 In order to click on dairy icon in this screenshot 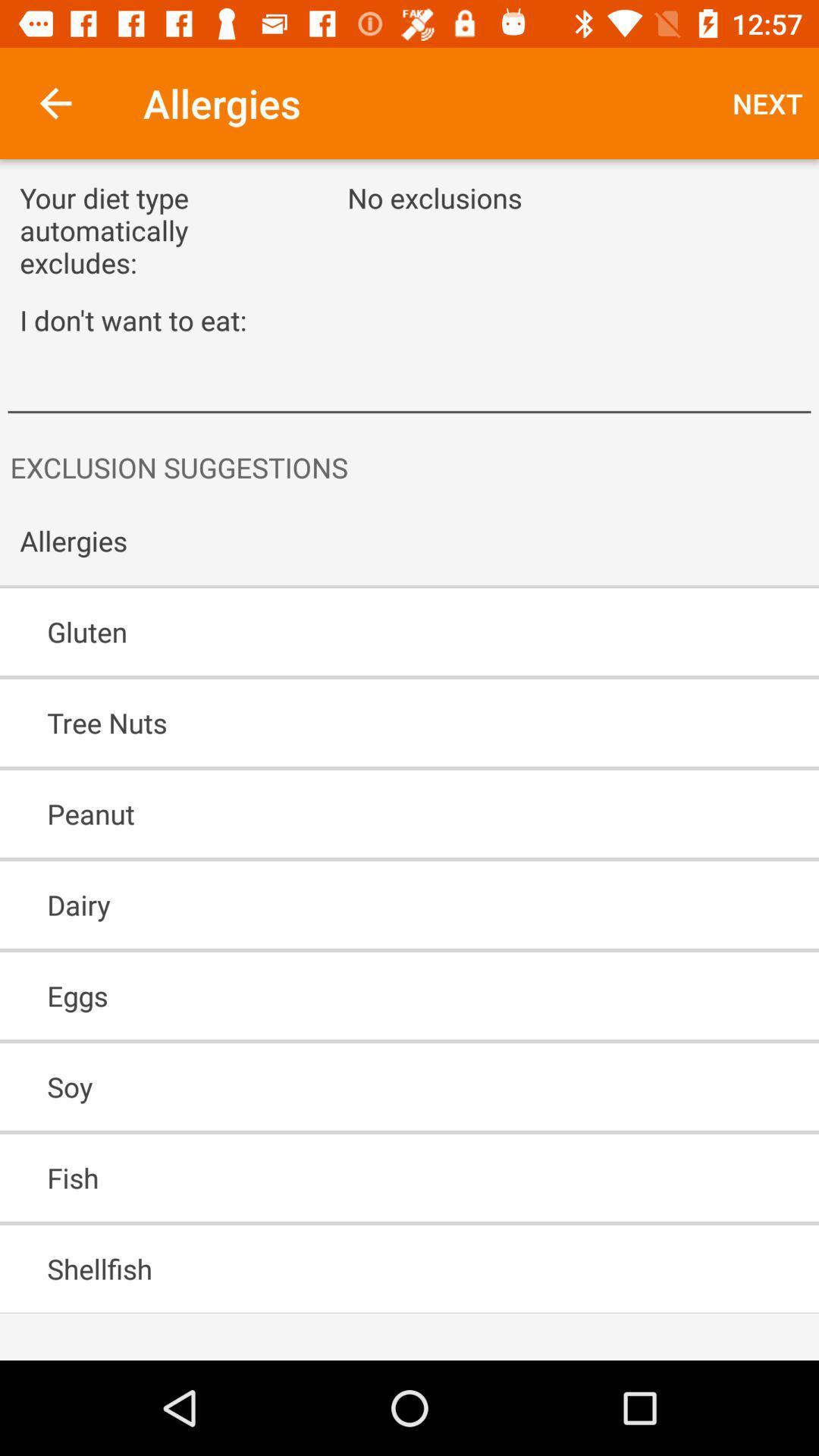, I will do `click(366, 905)`.